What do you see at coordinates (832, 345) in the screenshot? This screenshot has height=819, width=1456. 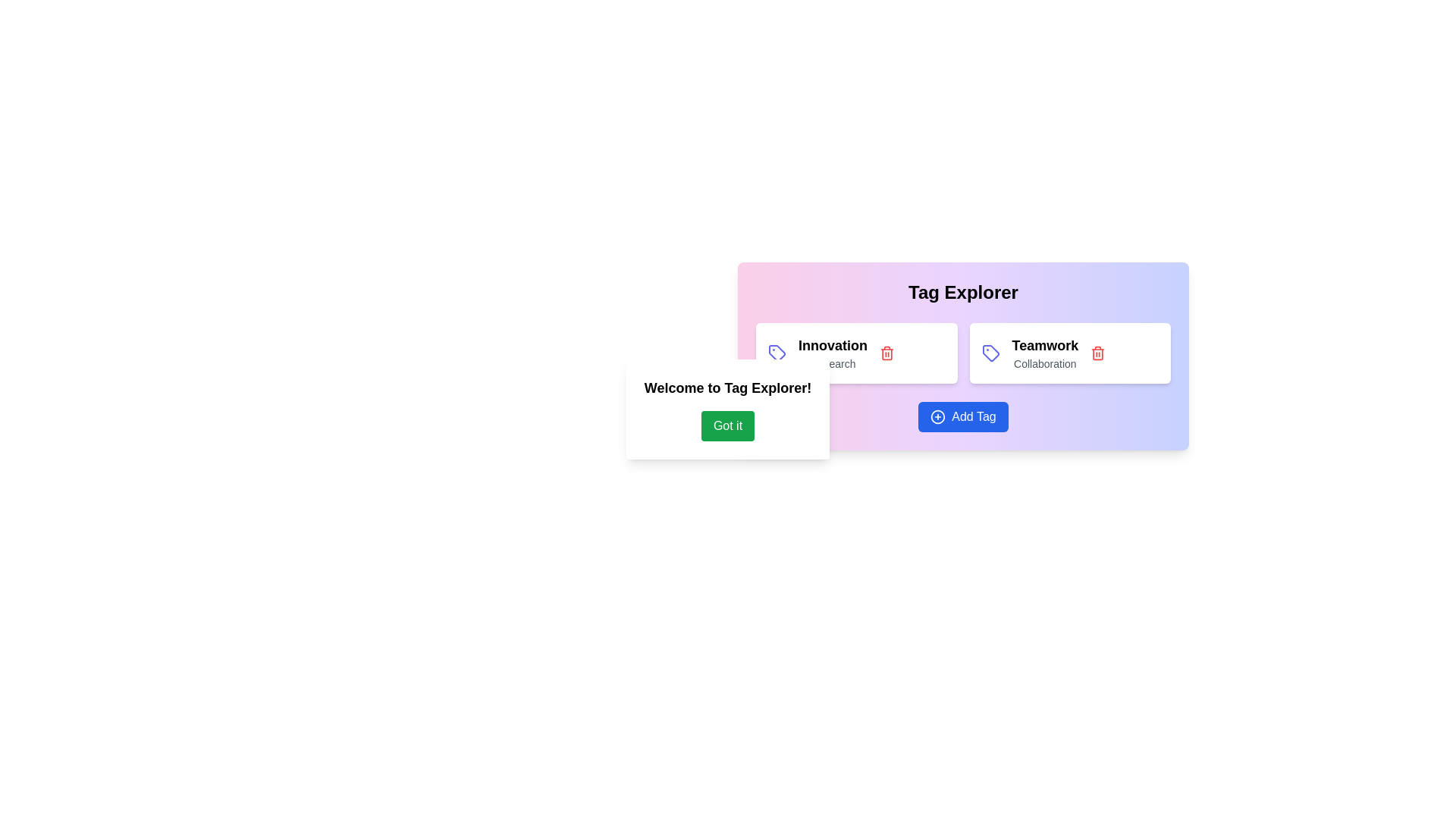 I see `the text label styled as a title or header that reads 'Innovation', which is prominently displayed in a larger font and boldface, located above the 'Research' text element in the 'Tag Explorer' section` at bounding box center [832, 345].